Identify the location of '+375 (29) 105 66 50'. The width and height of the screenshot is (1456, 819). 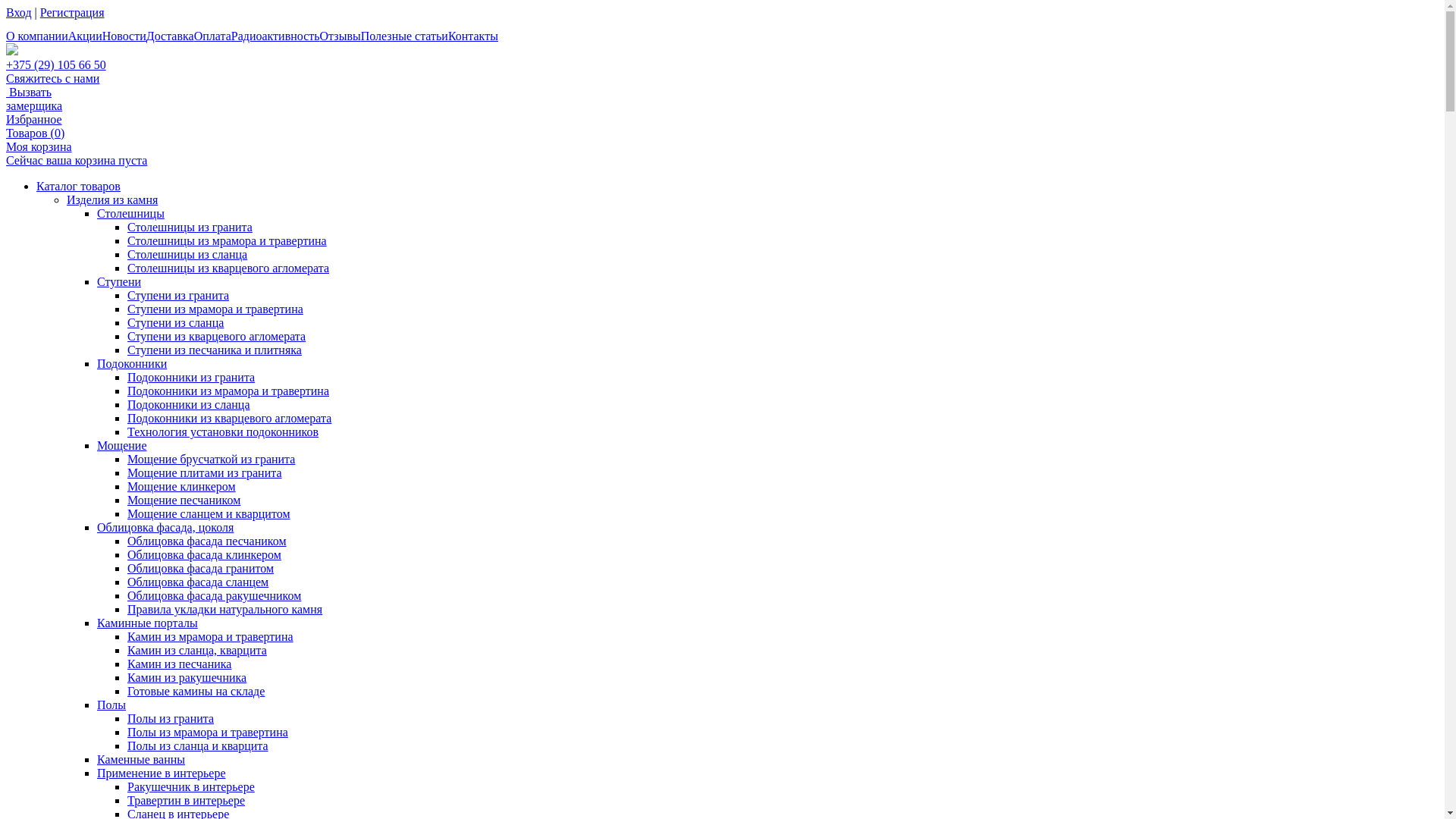
(6, 64).